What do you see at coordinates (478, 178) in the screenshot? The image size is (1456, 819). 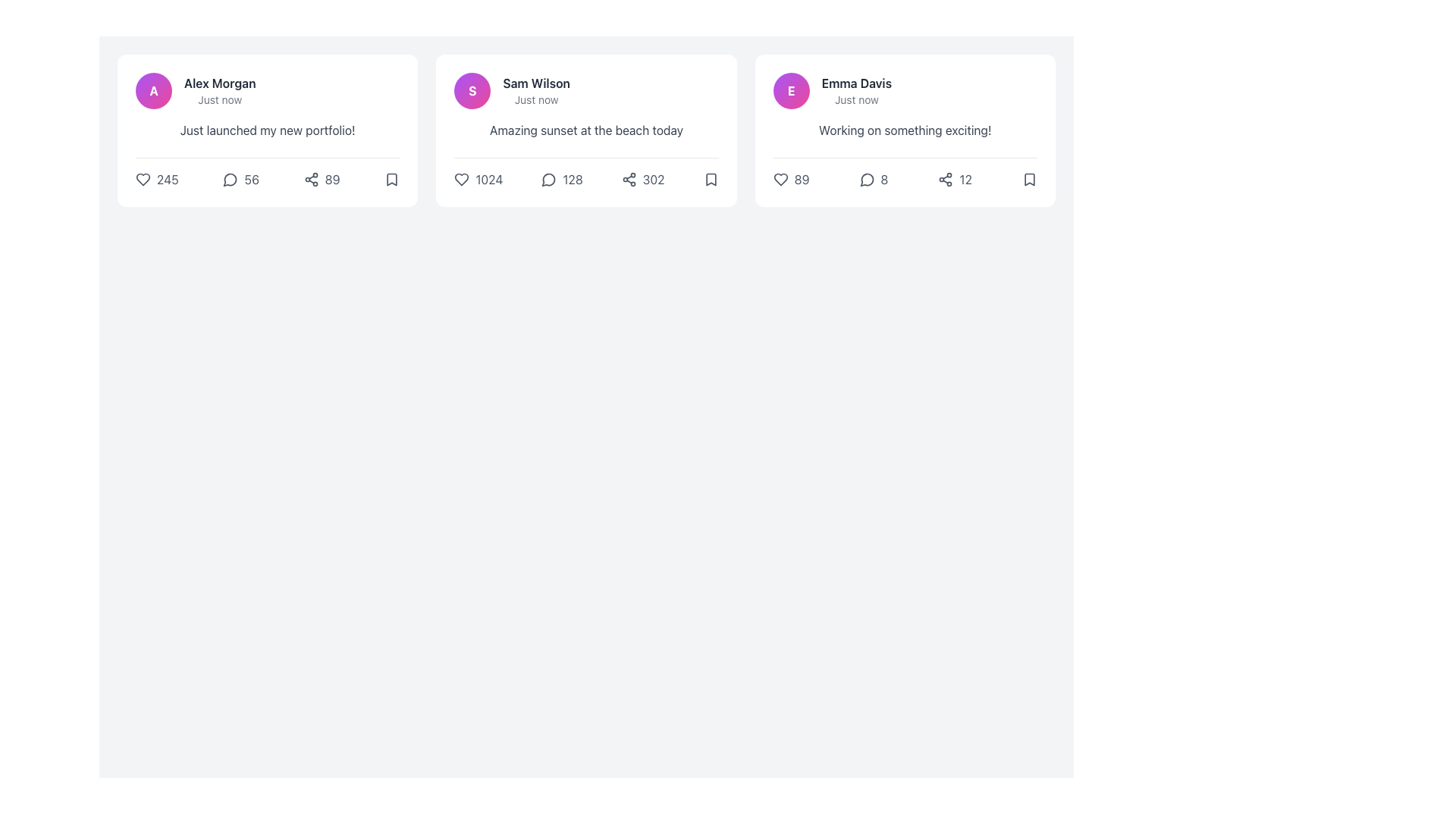 I see `the interactive 'like' icon for the post by Sam Wilson to change its color` at bounding box center [478, 178].